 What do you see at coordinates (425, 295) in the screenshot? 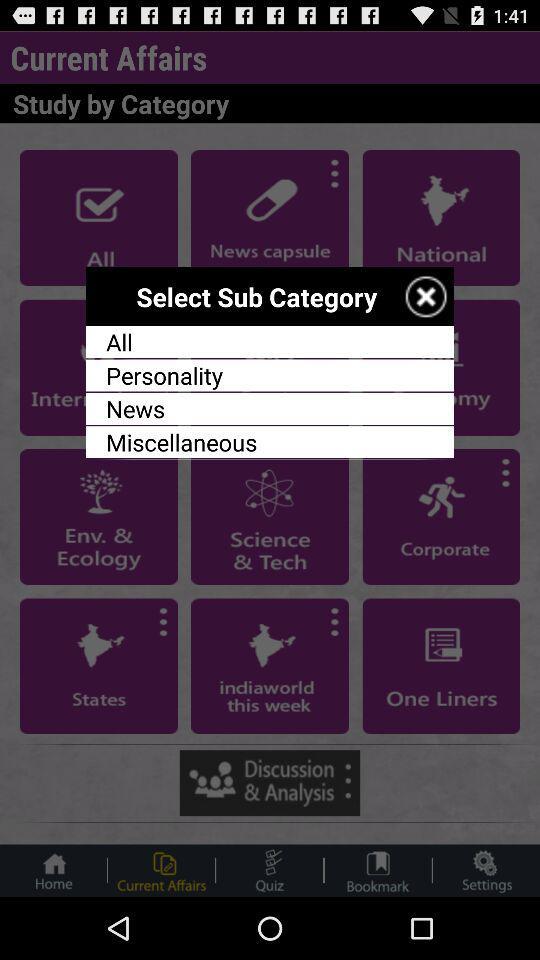
I see `item above the all app` at bounding box center [425, 295].